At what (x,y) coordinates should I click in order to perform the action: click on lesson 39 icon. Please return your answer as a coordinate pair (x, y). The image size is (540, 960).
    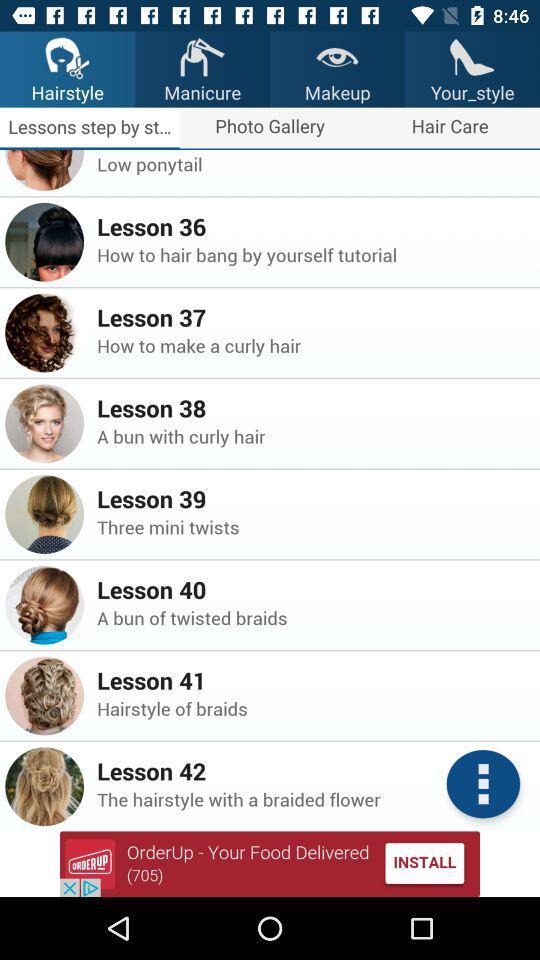
    Looking at the image, I should click on (312, 497).